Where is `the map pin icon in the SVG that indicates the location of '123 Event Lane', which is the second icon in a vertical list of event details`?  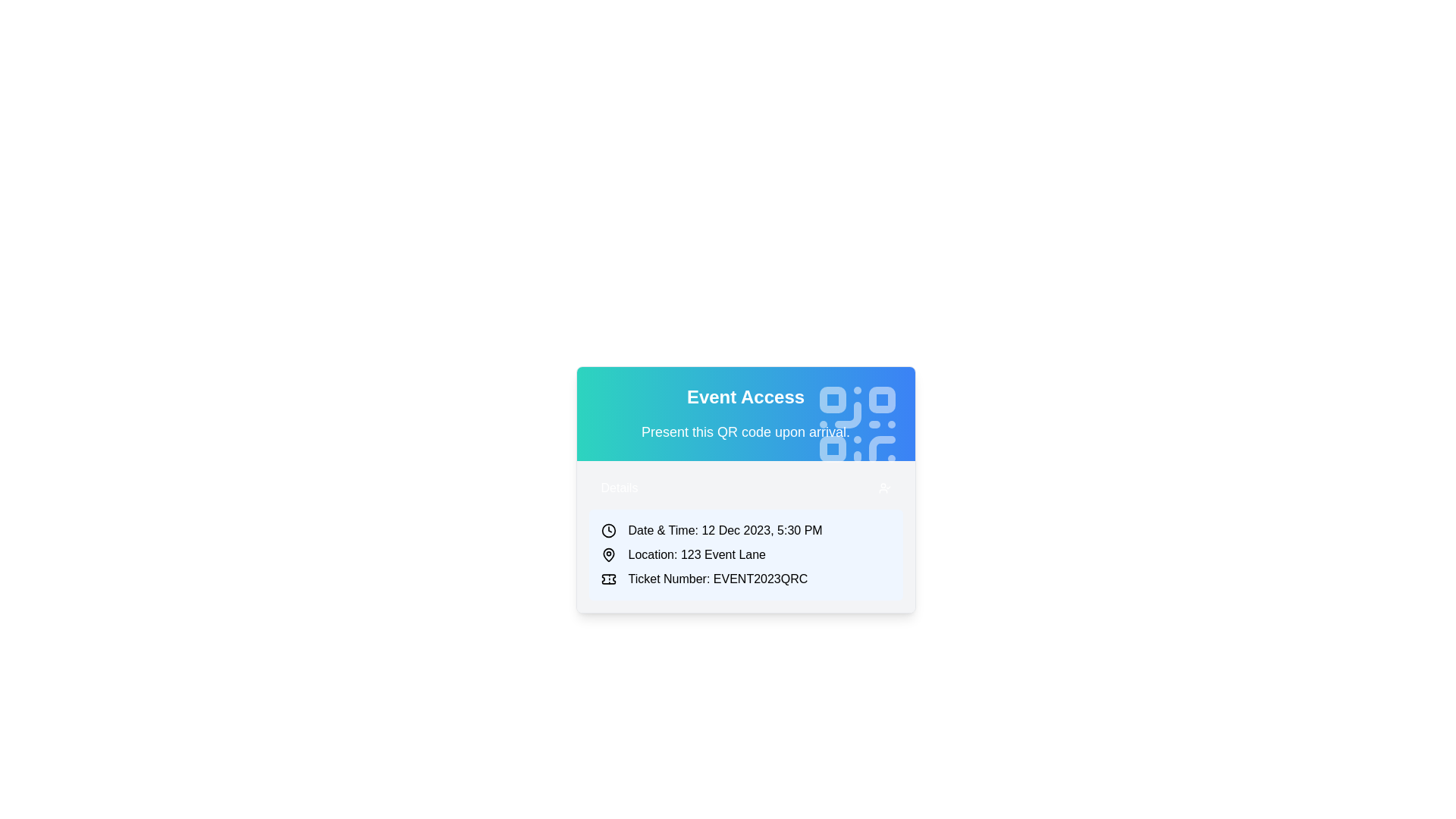
the map pin icon in the SVG that indicates the location of '123 Event Lane', which is the second icon in a vertical list of event details is located at coordinates (608, 555).